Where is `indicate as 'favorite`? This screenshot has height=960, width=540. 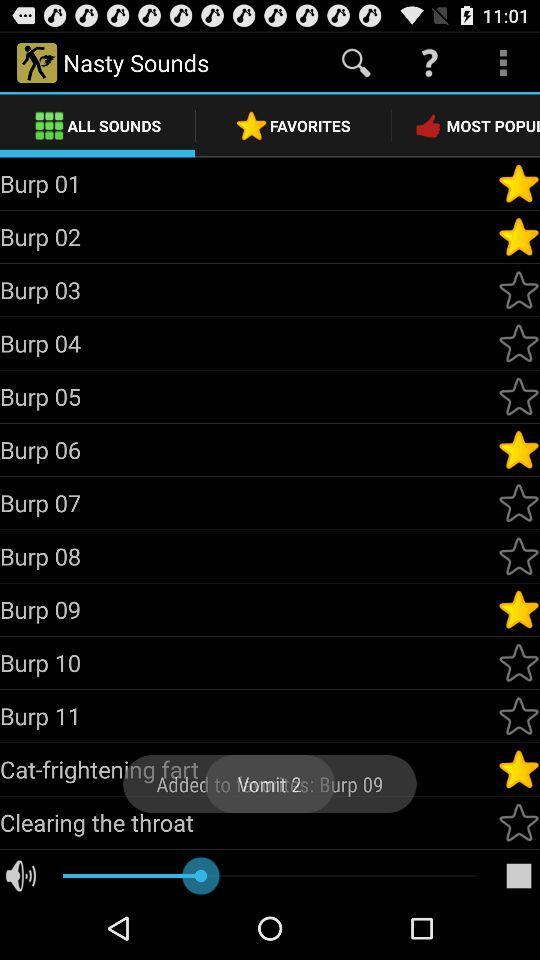 indicate as 'favorite is located at coordinates (518, 608).